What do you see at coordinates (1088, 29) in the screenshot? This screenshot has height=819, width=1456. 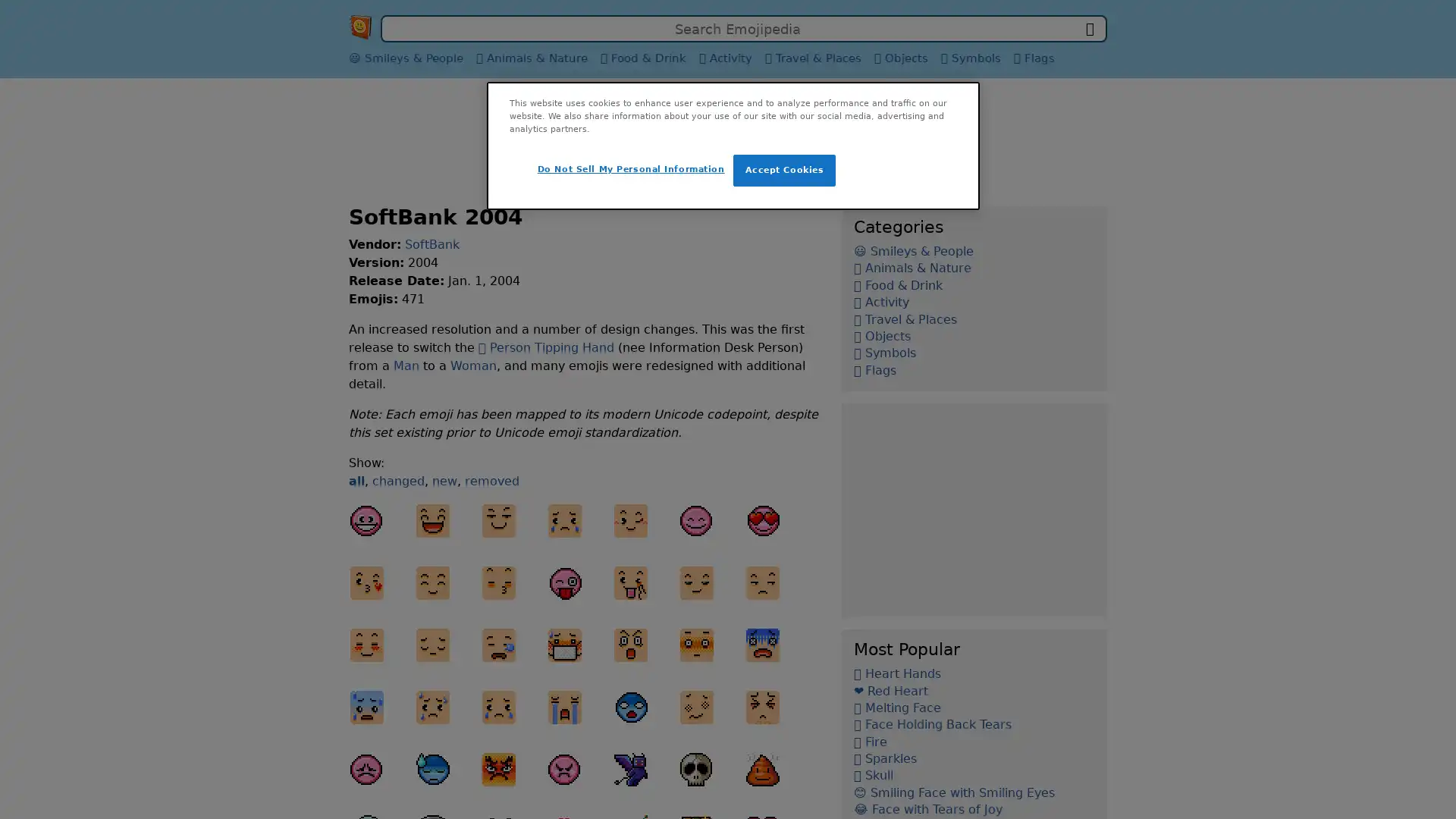 I see `search` at bounding box center [1088, 29].